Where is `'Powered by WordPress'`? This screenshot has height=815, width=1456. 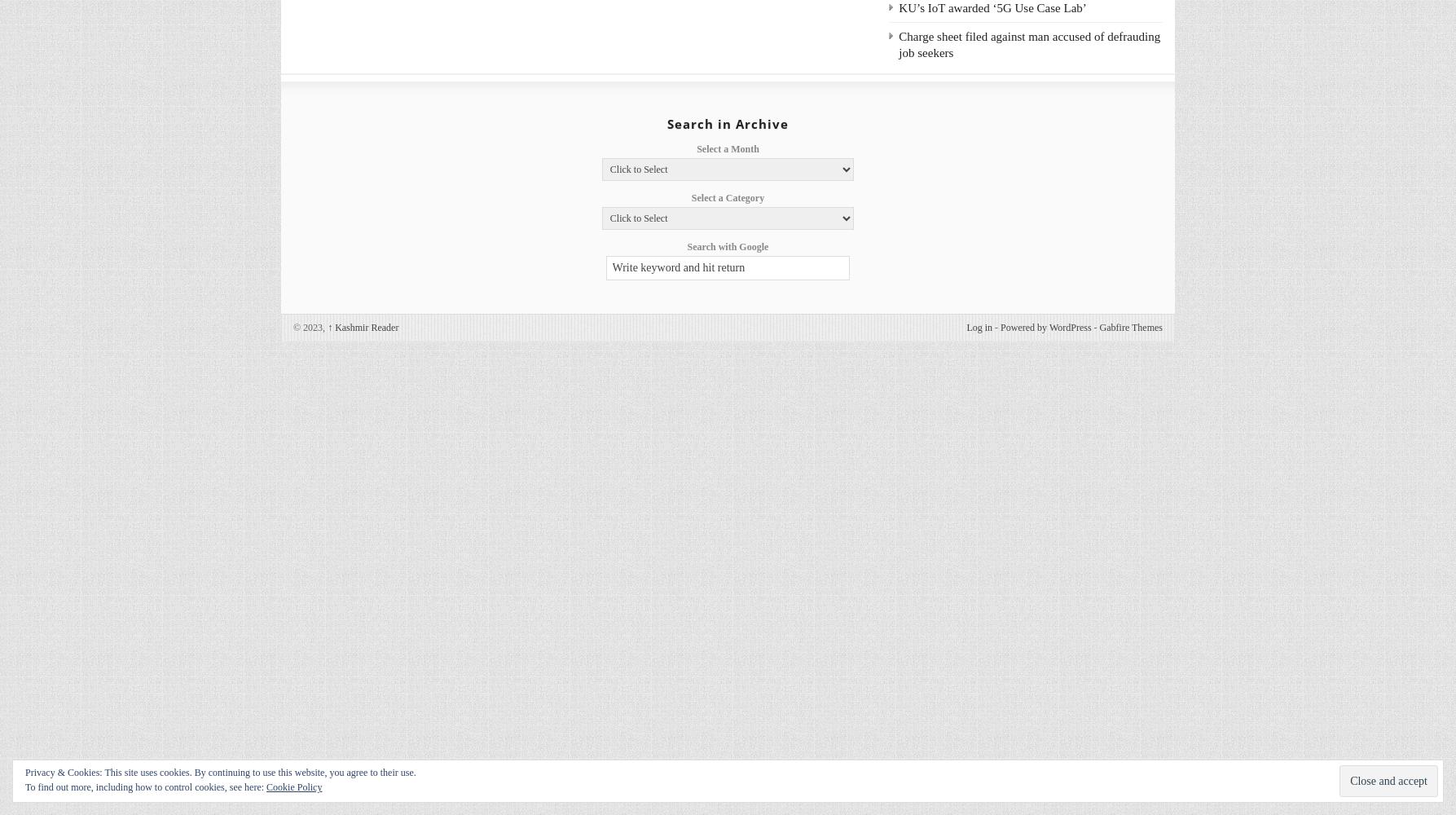 'Powered by WordPress' is located at coordinates (1001, 328).